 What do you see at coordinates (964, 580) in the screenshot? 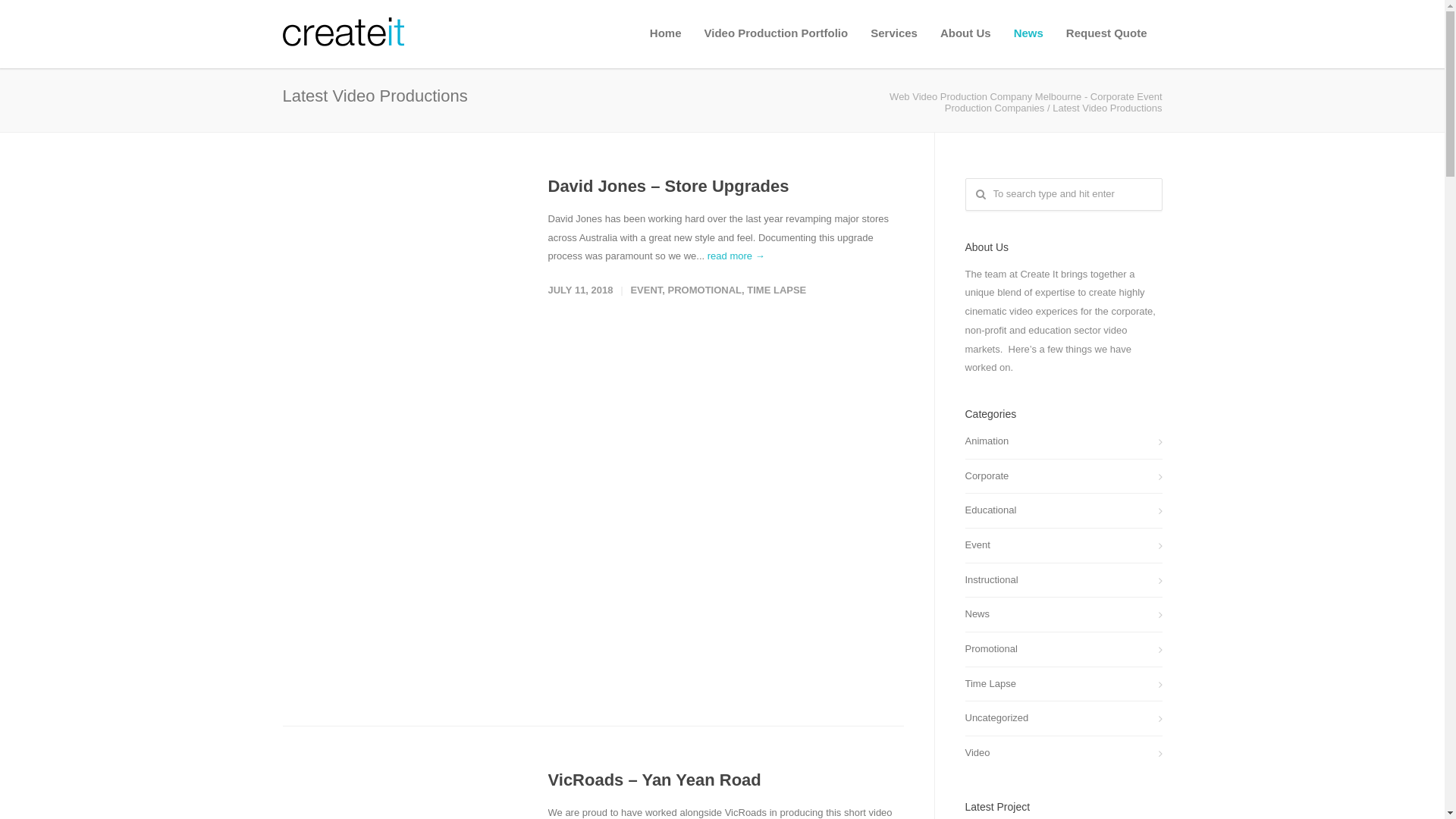
I see `'Instructional'` at bounding box center [964, 580].